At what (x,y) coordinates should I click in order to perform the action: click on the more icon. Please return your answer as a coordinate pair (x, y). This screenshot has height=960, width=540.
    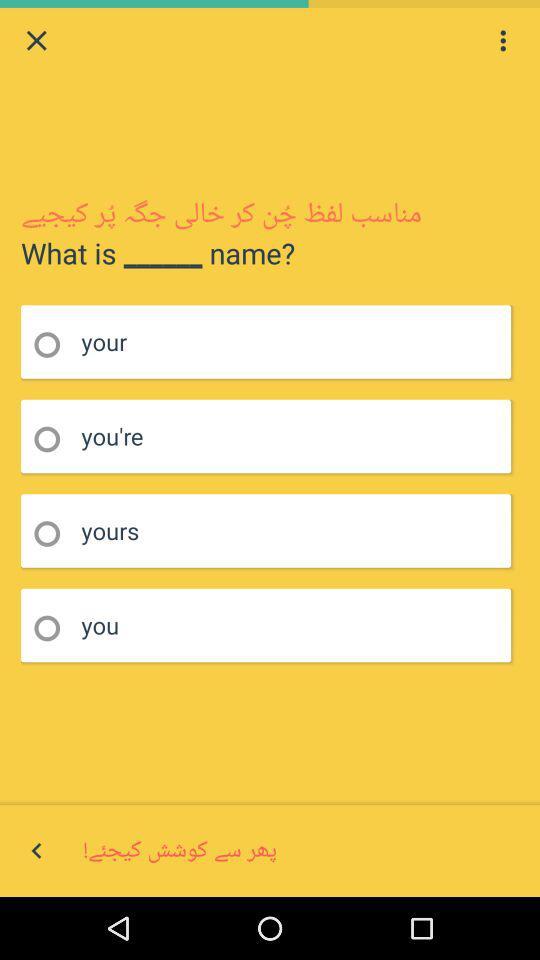
    Looking at the image, I should click on (502, 42).